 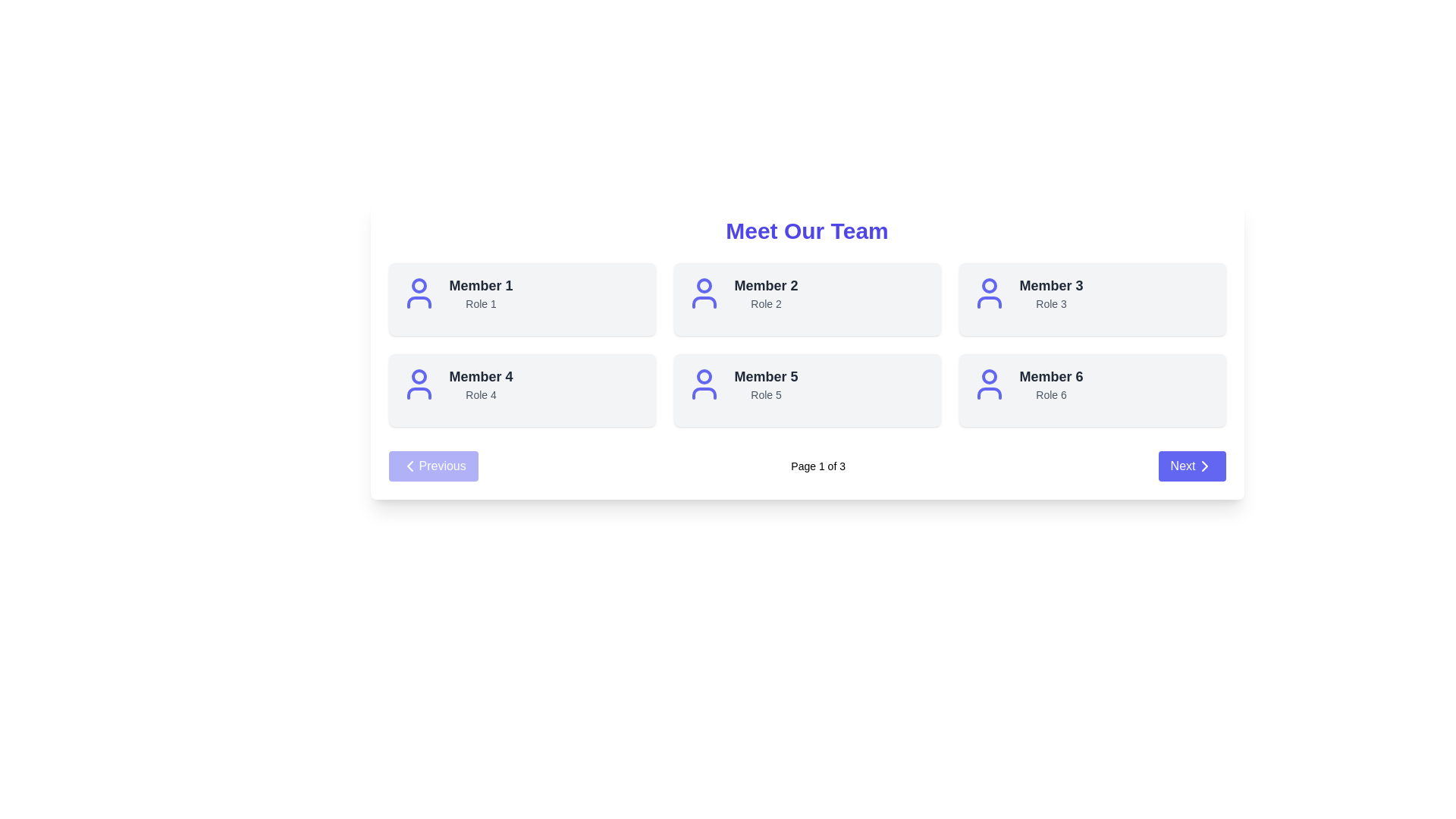 I want to click on the 'Previous' button which contains the backward navigation icon located at the bottom-left corner of the layout, so click(x=409, y=465).